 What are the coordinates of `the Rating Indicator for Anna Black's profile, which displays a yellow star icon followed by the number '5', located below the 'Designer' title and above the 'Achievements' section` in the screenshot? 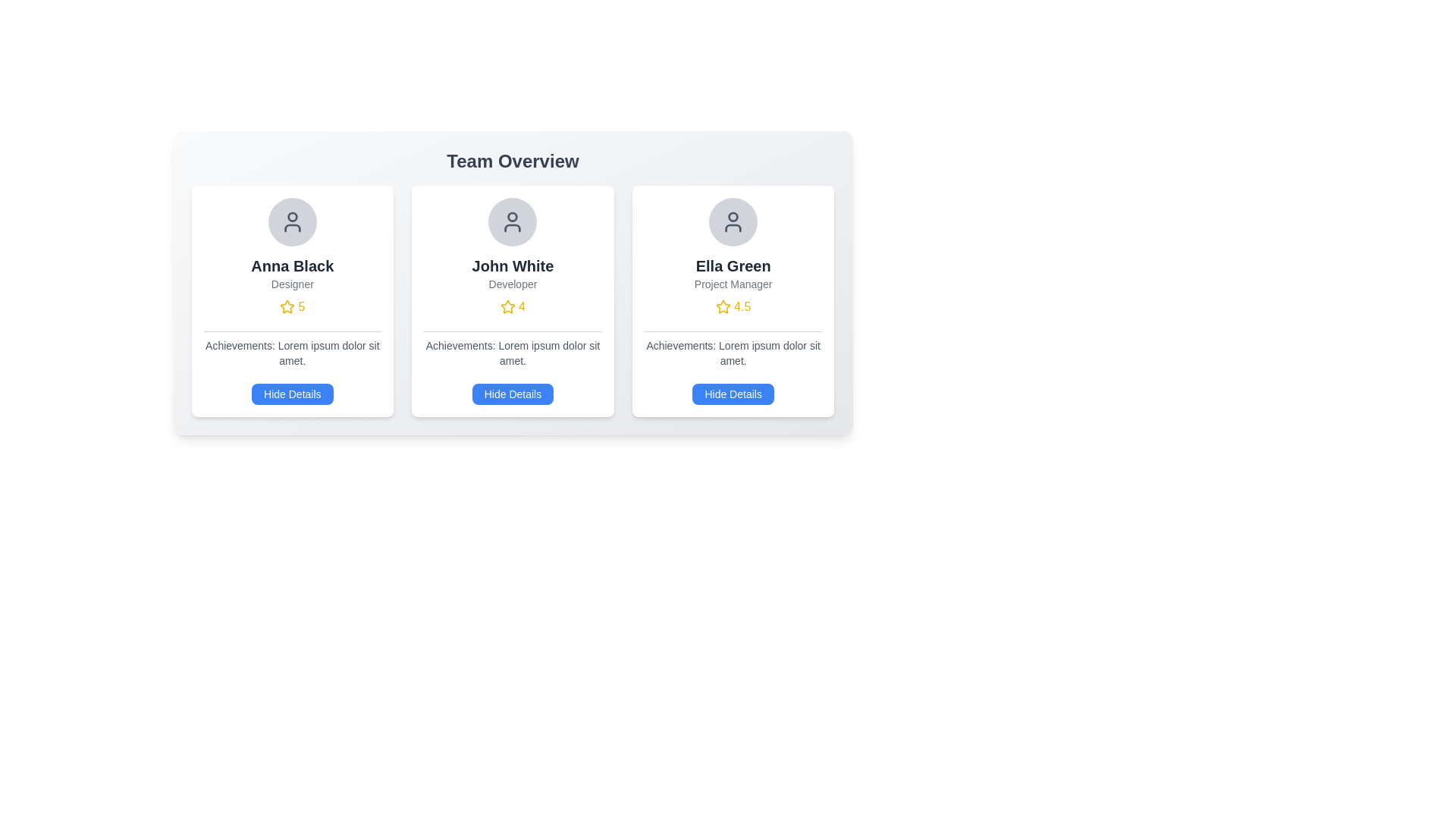 It's located at (292, 307).